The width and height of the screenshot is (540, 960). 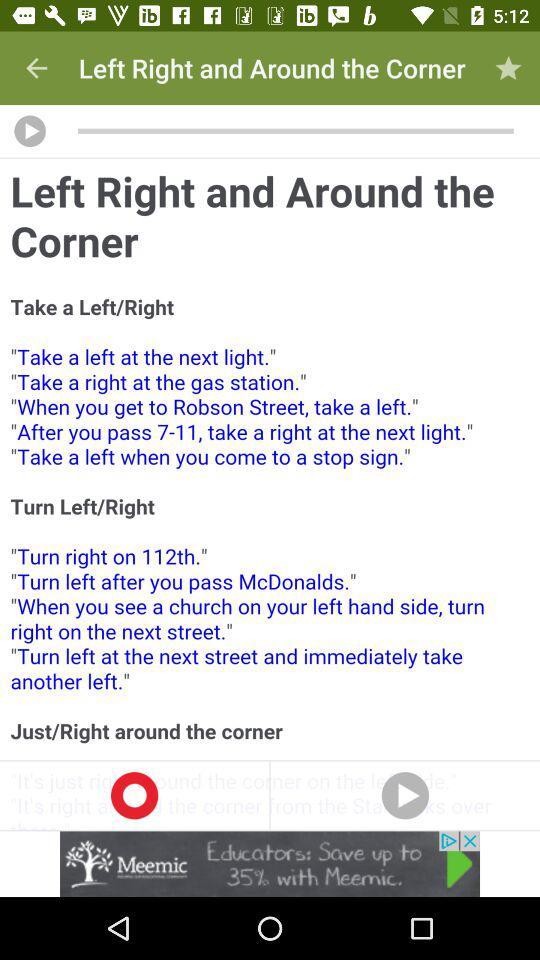 I want to click on the play icon, so click(x=29, y=130).